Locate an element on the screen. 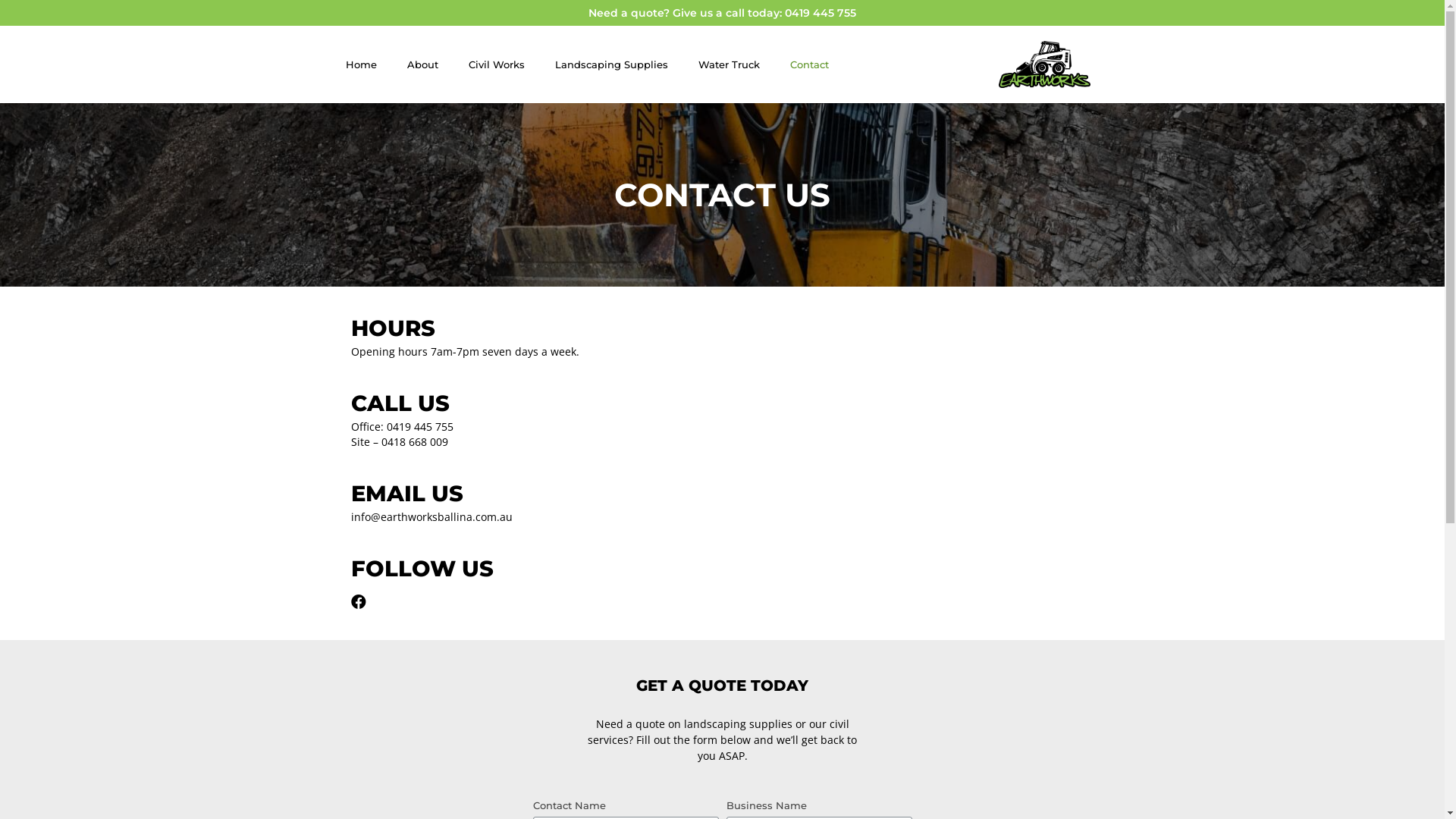 The height and width of the screenshot is (819, 1456). 'Home' is located at coordinates (360, 63).